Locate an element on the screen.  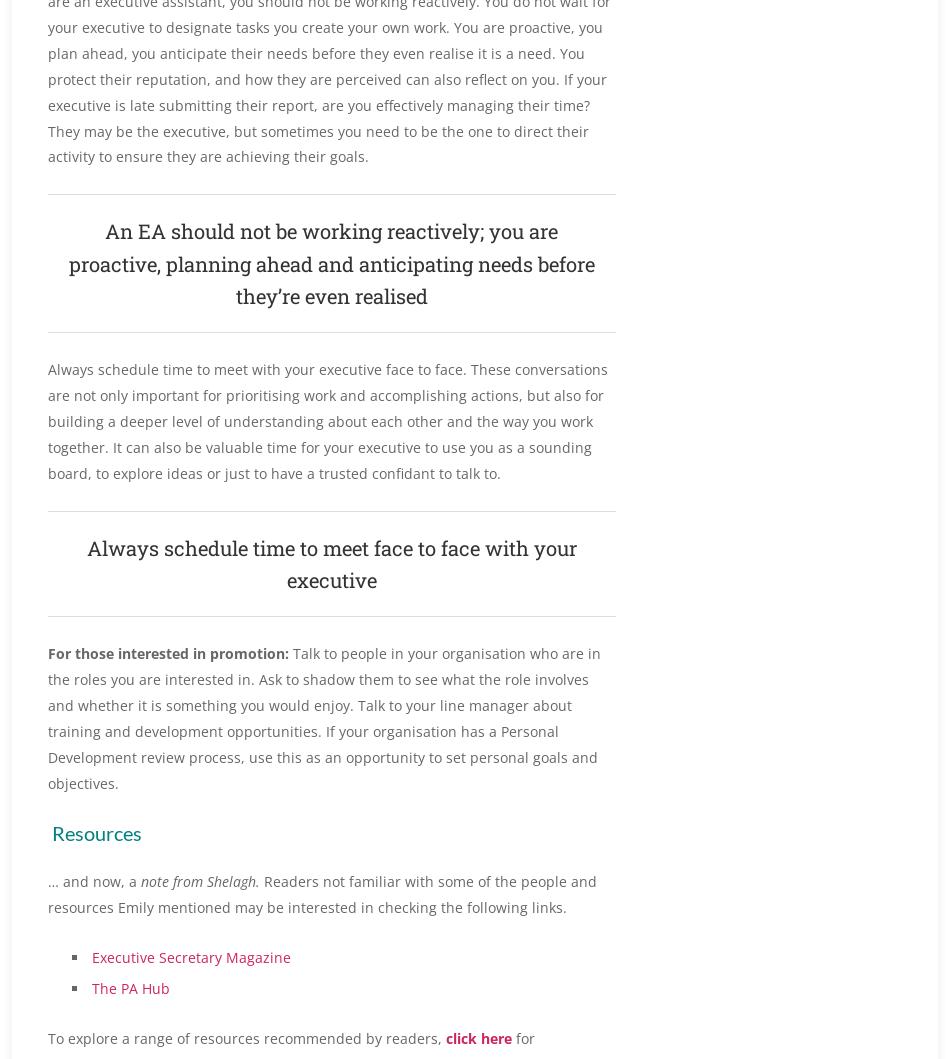
'Resources' is located at coordinates (96, 830).